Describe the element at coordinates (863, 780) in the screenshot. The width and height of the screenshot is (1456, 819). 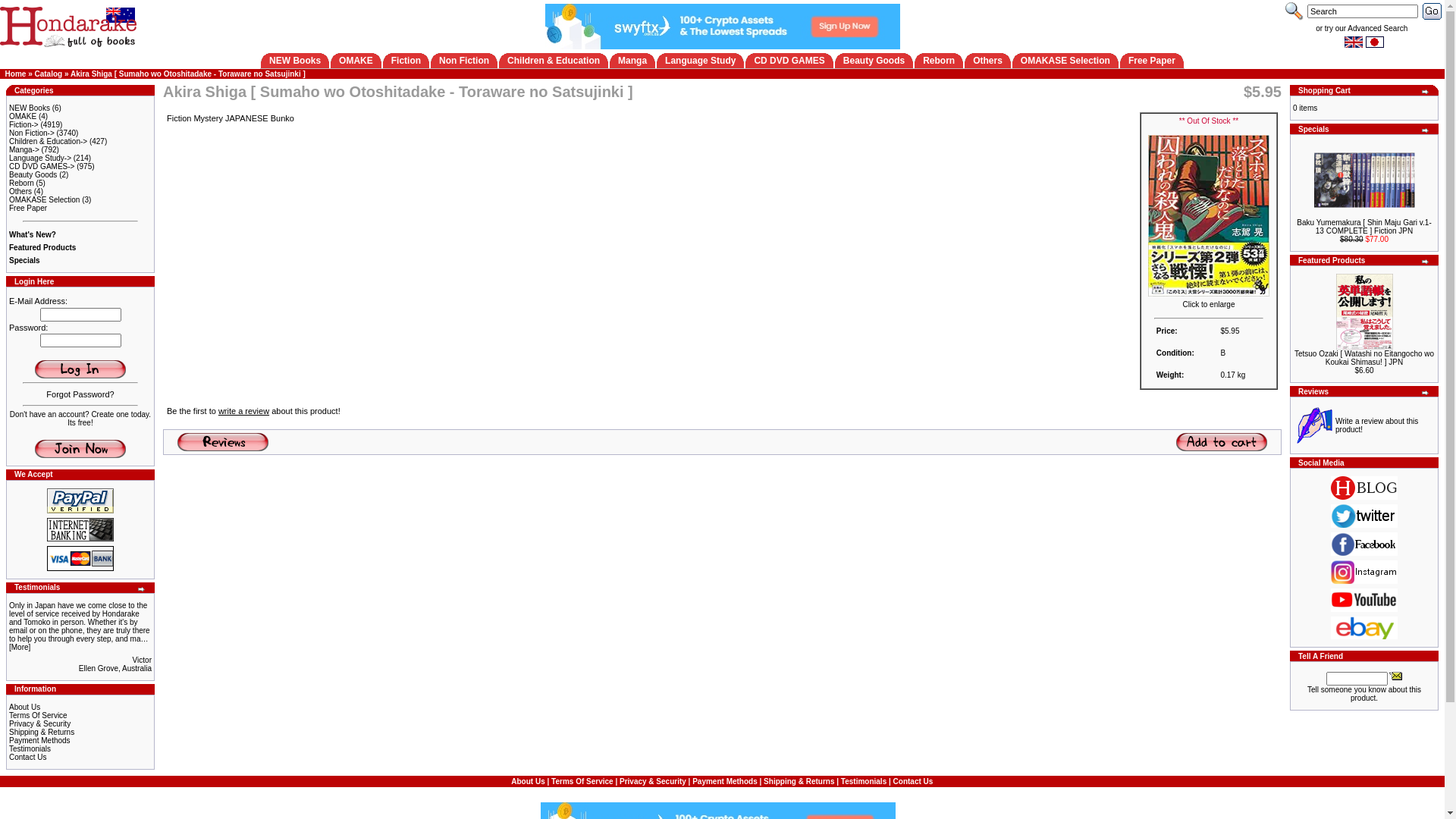
I see `'Testimonials'` at that location.